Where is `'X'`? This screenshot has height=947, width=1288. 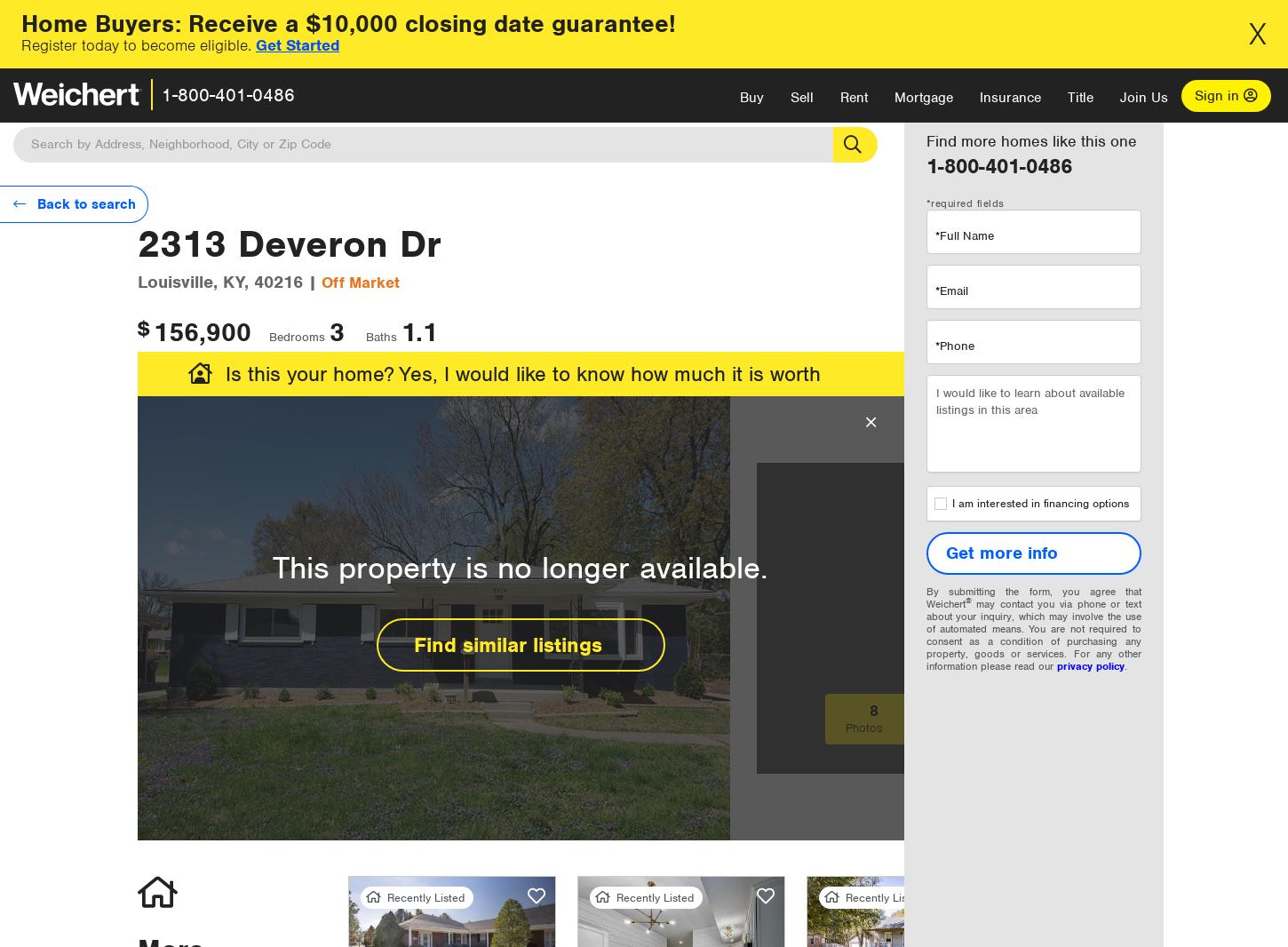
'X' is located at coordinates (1257, 32).